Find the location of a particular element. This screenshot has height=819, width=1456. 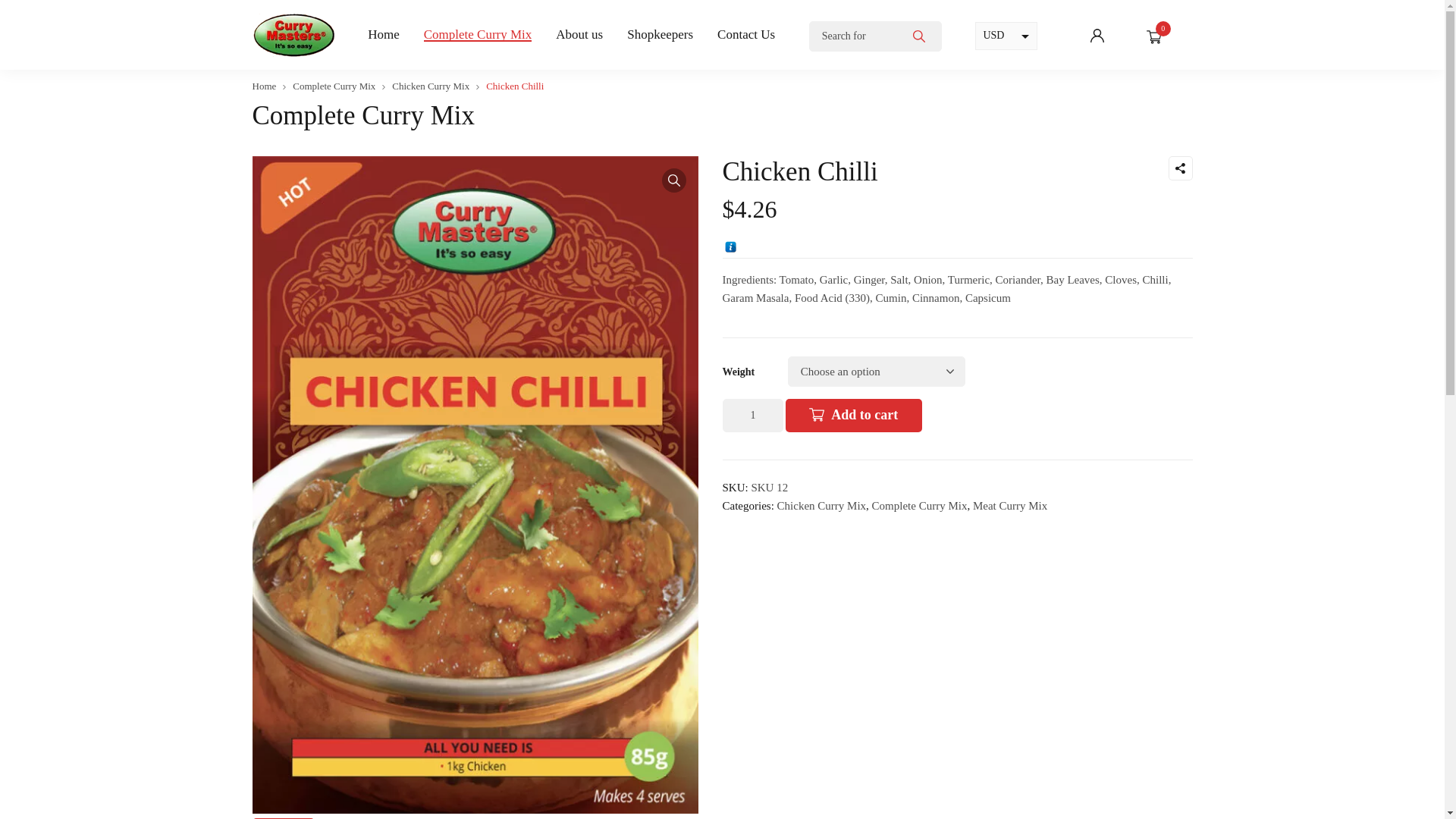

'Meat Curry Mix' is located at coordinates (1009, 506).